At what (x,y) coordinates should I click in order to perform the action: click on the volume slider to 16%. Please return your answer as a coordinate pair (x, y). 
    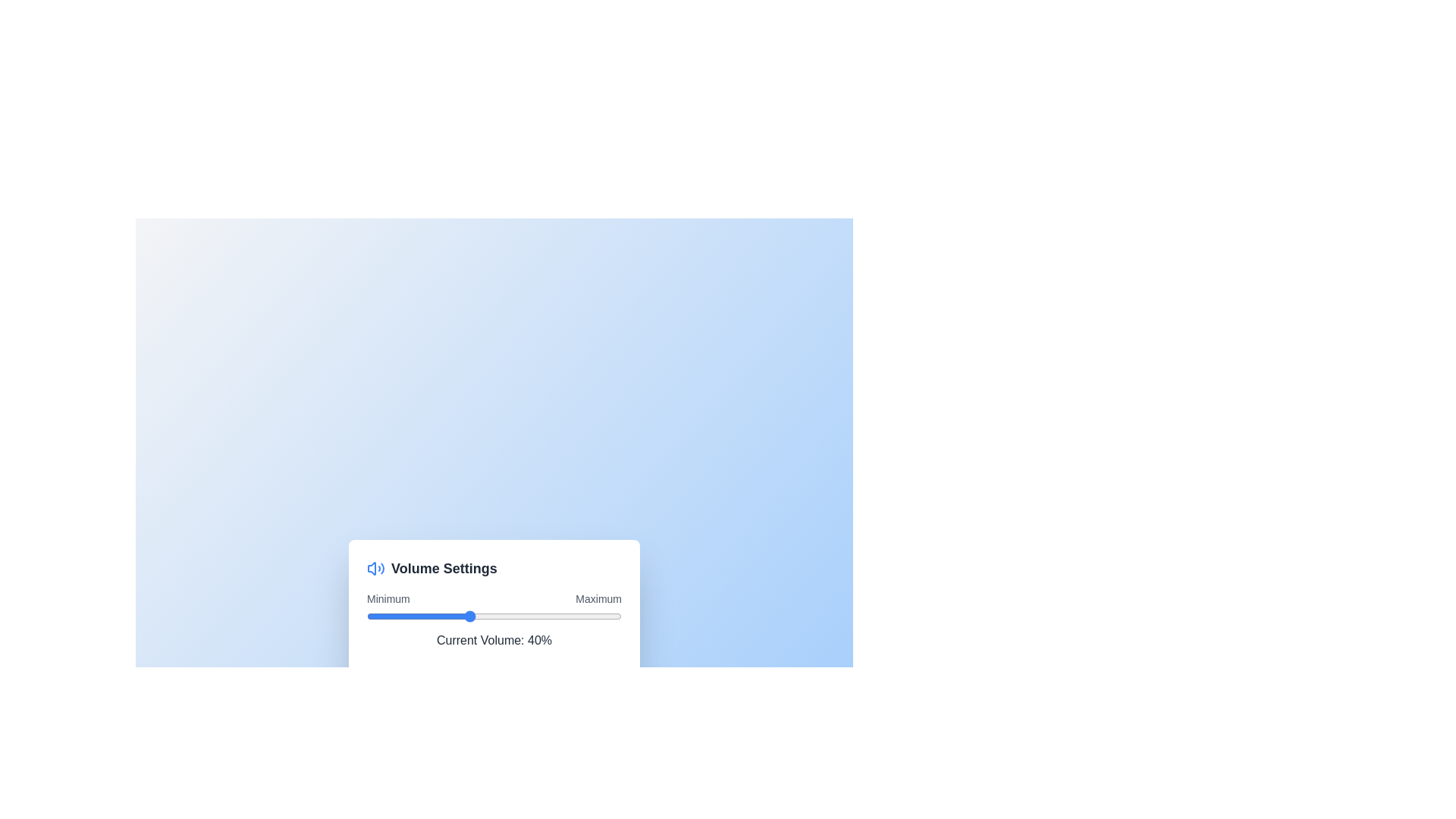
    Looking at the image, I should click on (407, 616).